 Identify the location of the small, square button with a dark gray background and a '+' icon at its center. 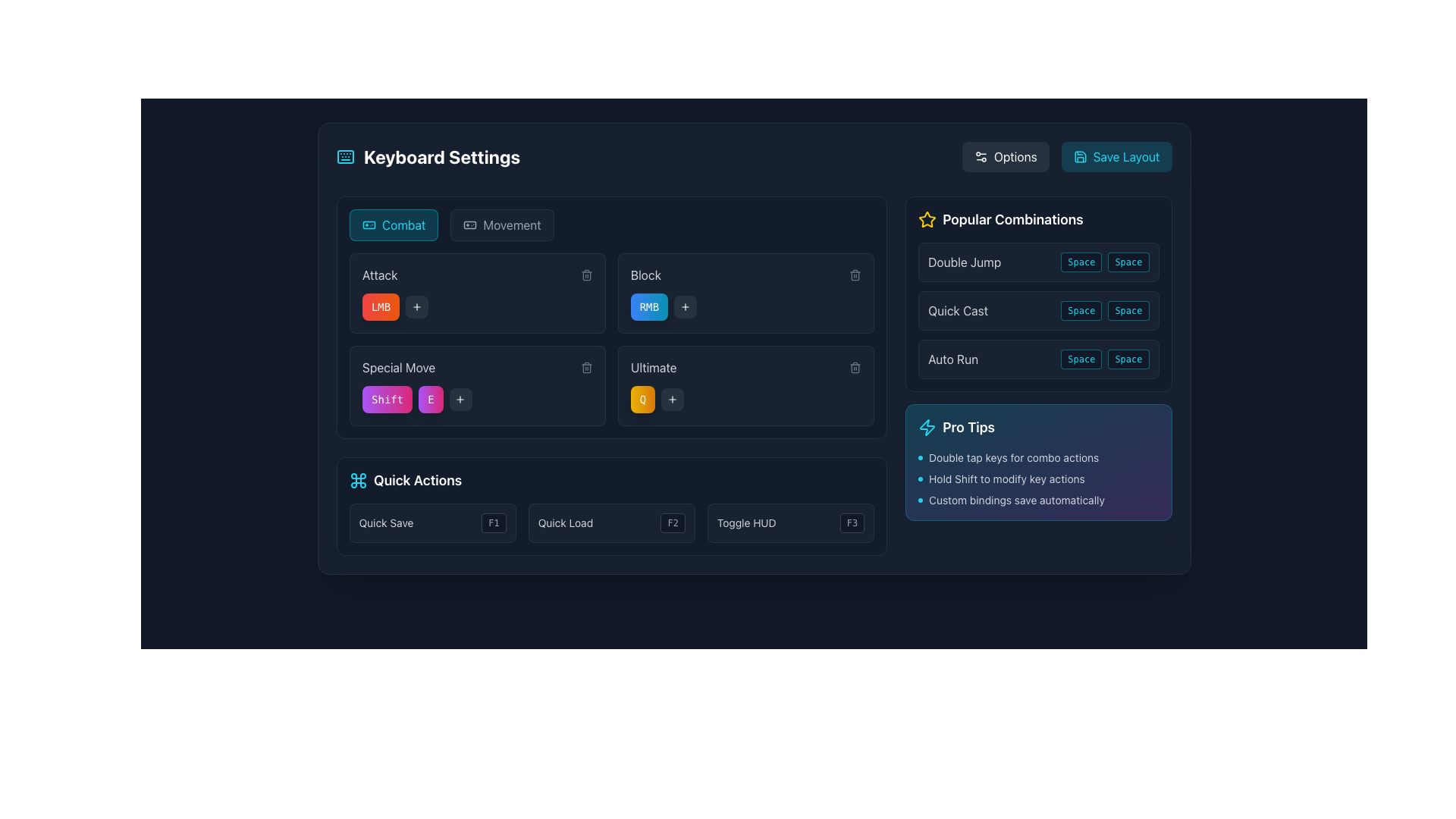
(416, 307).